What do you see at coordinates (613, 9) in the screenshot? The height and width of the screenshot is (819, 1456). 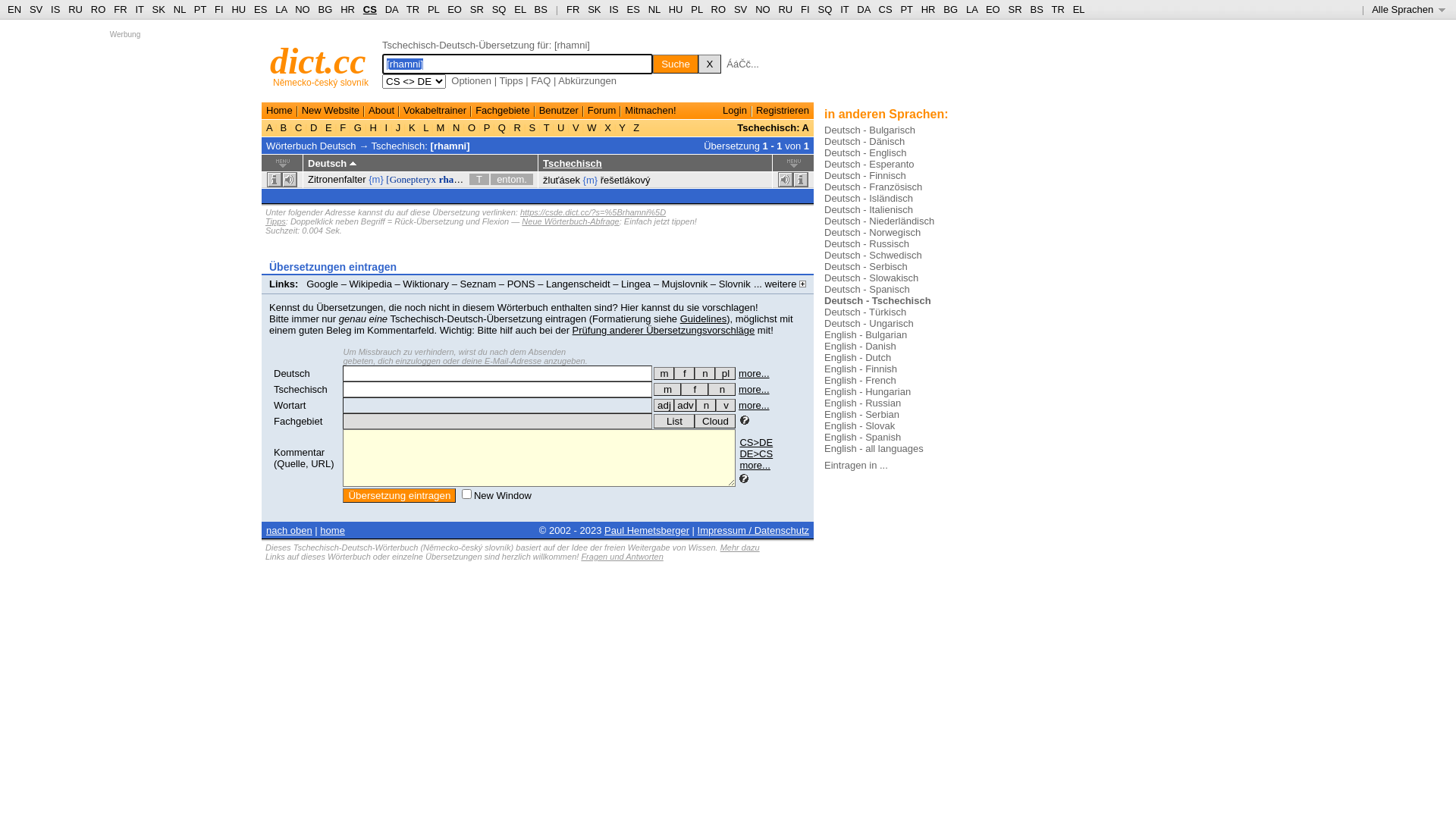 I see `'IS'` at bounding box center [613, 9].